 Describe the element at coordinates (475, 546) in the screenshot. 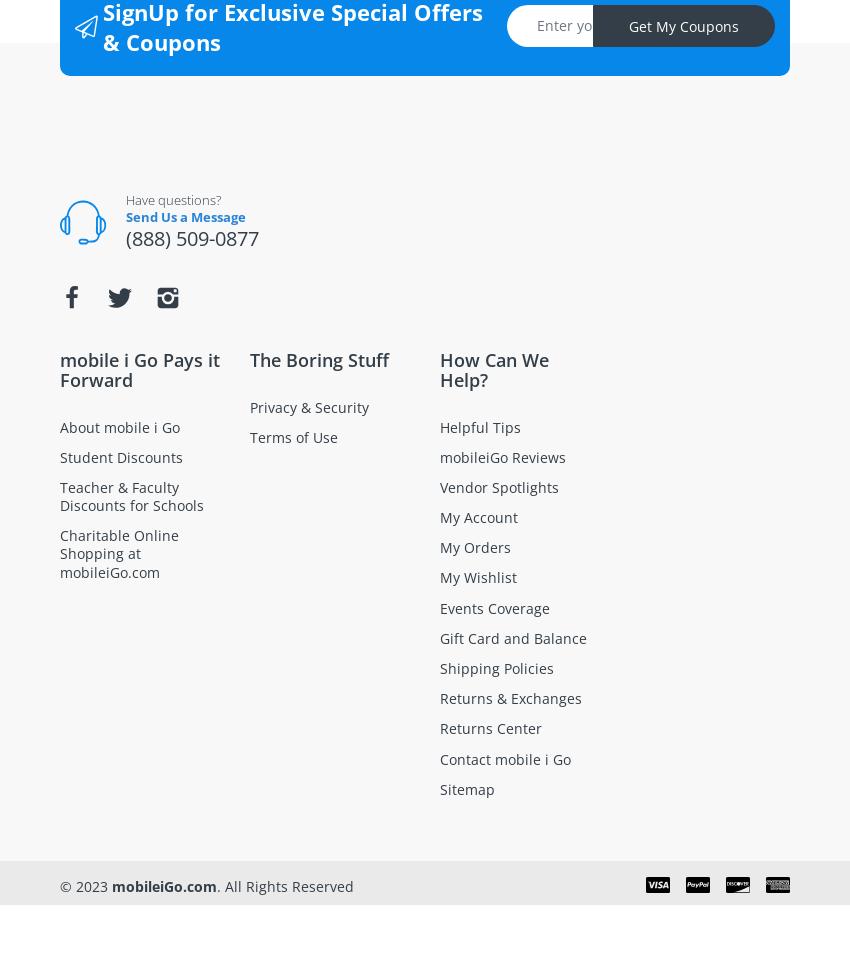

I see `'My Orders'` at that location.